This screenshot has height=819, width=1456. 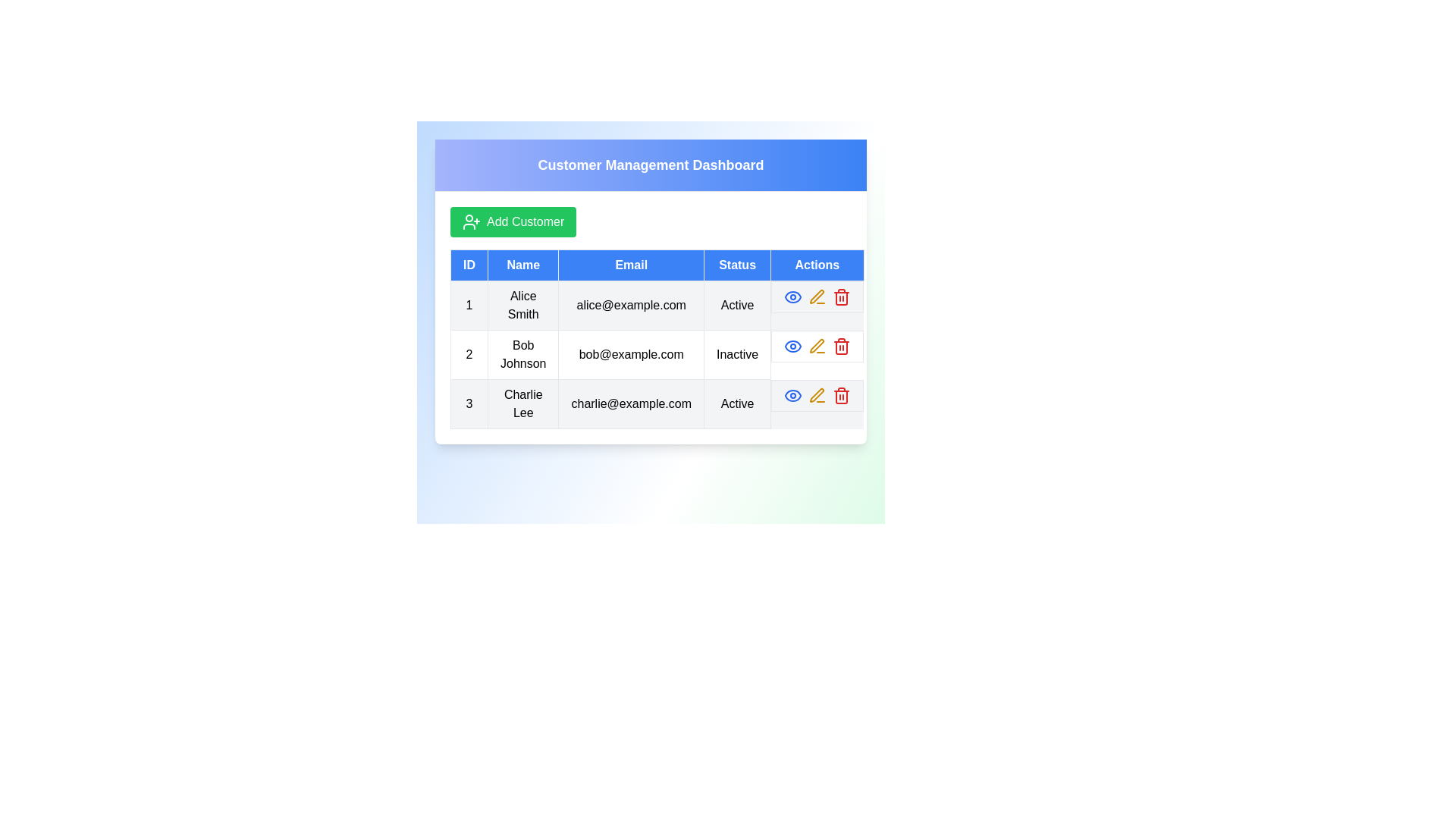 I want to click on the column header Status to sort the data, so click(x=738, y=265).